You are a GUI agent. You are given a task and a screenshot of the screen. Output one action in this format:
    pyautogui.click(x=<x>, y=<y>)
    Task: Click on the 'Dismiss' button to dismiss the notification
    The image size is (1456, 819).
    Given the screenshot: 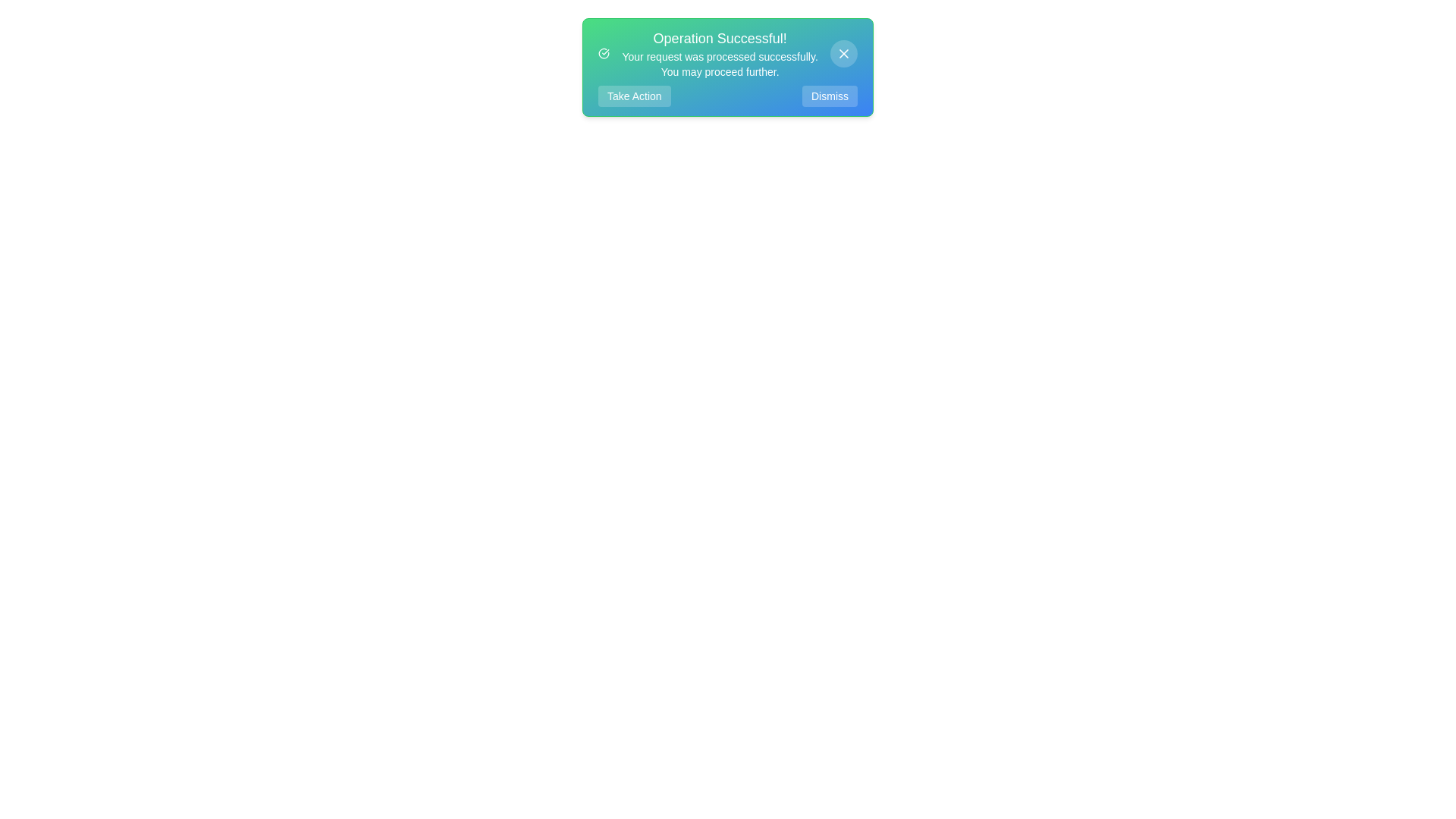 What is the action you would take?
    pyautogui.click(x=829, y=96)
    